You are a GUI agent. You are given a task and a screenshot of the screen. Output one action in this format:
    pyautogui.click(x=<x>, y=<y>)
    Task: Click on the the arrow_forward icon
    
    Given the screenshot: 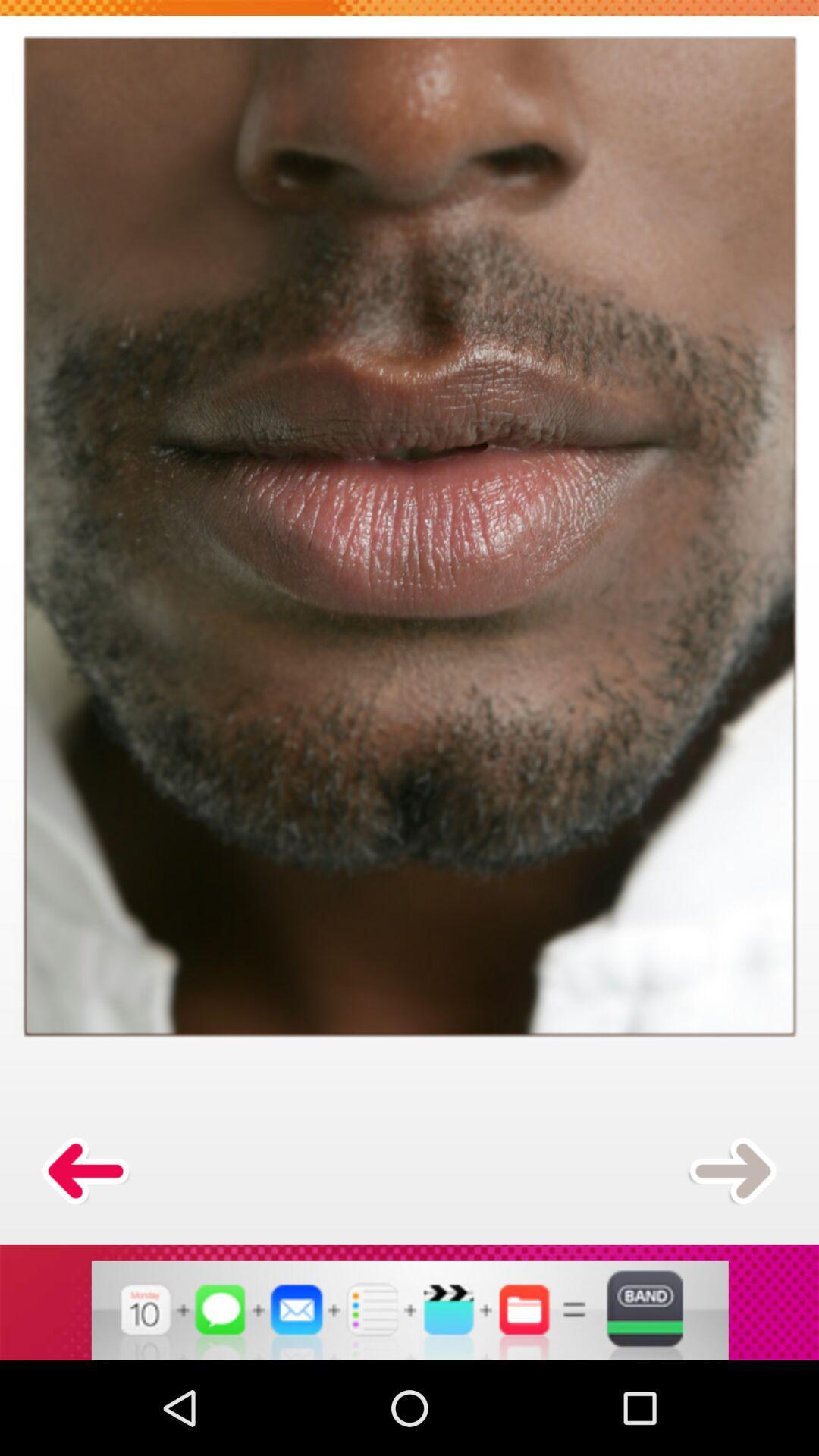 What is the action you would take?
    pyautogui.click(x=735, y=1253)
    